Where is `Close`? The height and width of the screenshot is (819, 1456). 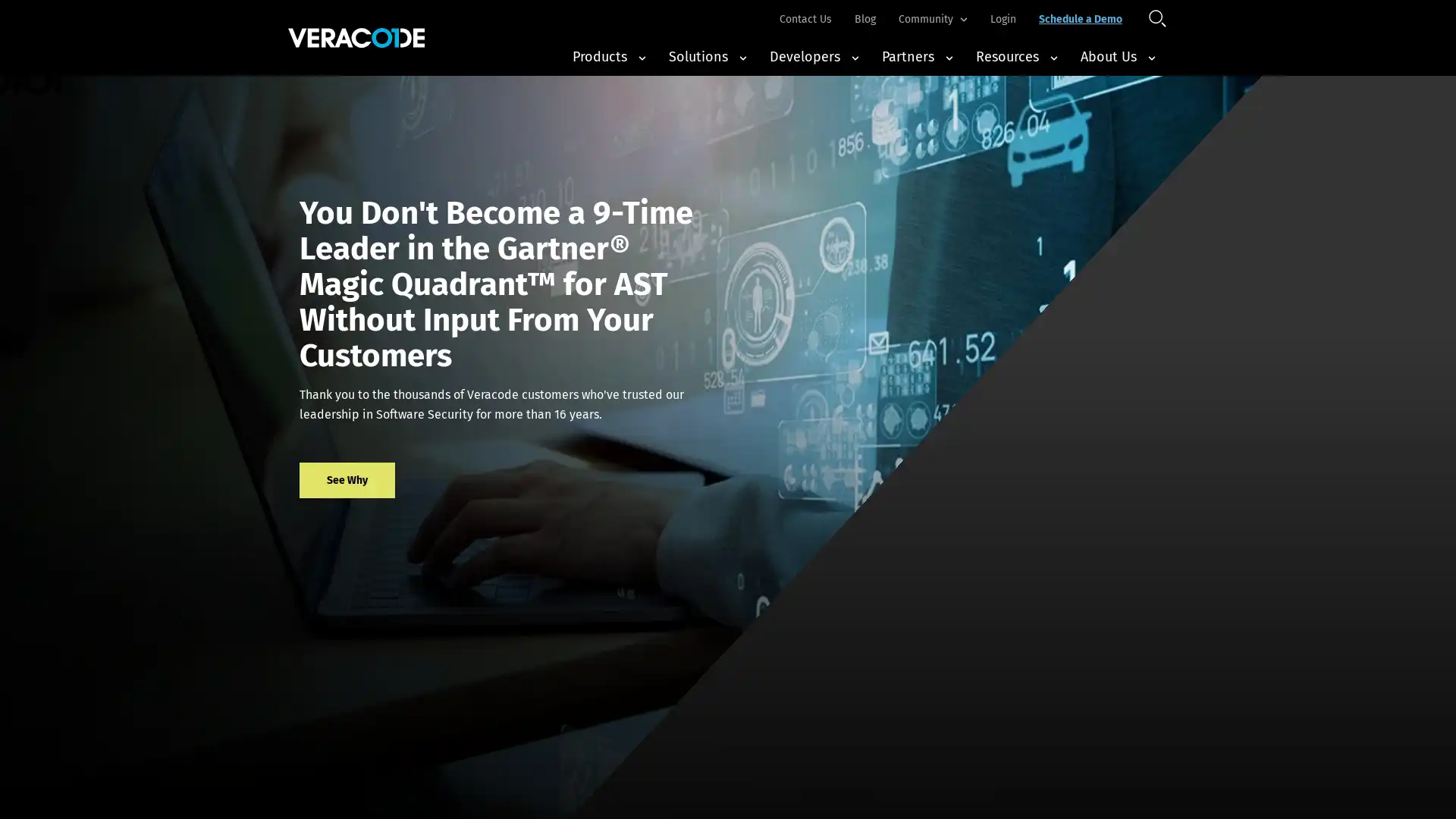
Close is located at coordinates (1430, 761).